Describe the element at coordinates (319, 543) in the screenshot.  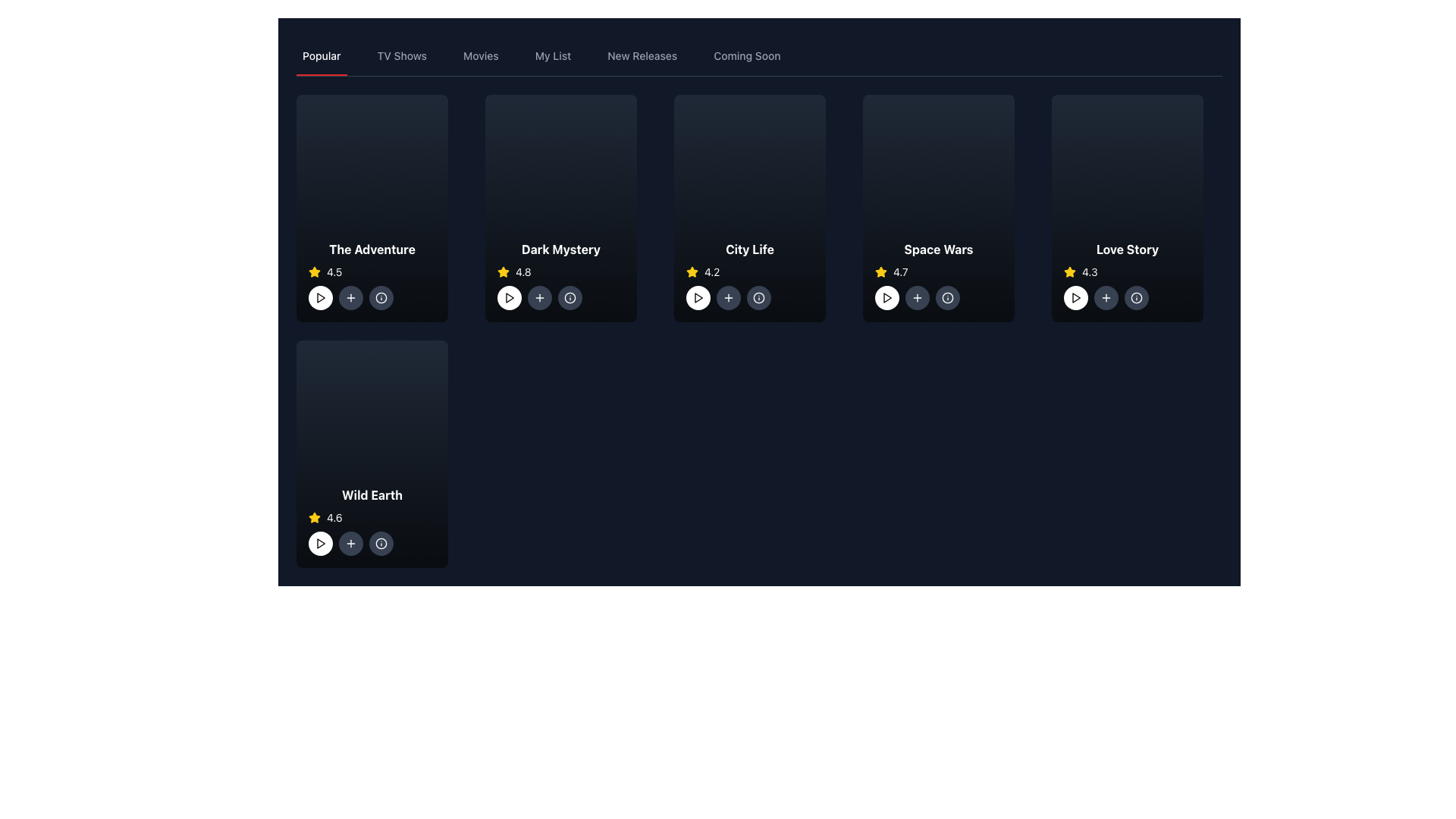
I see `the circular play button with a white background and black play icon located at the lower left of the 'Wild Earth' card` at that location.